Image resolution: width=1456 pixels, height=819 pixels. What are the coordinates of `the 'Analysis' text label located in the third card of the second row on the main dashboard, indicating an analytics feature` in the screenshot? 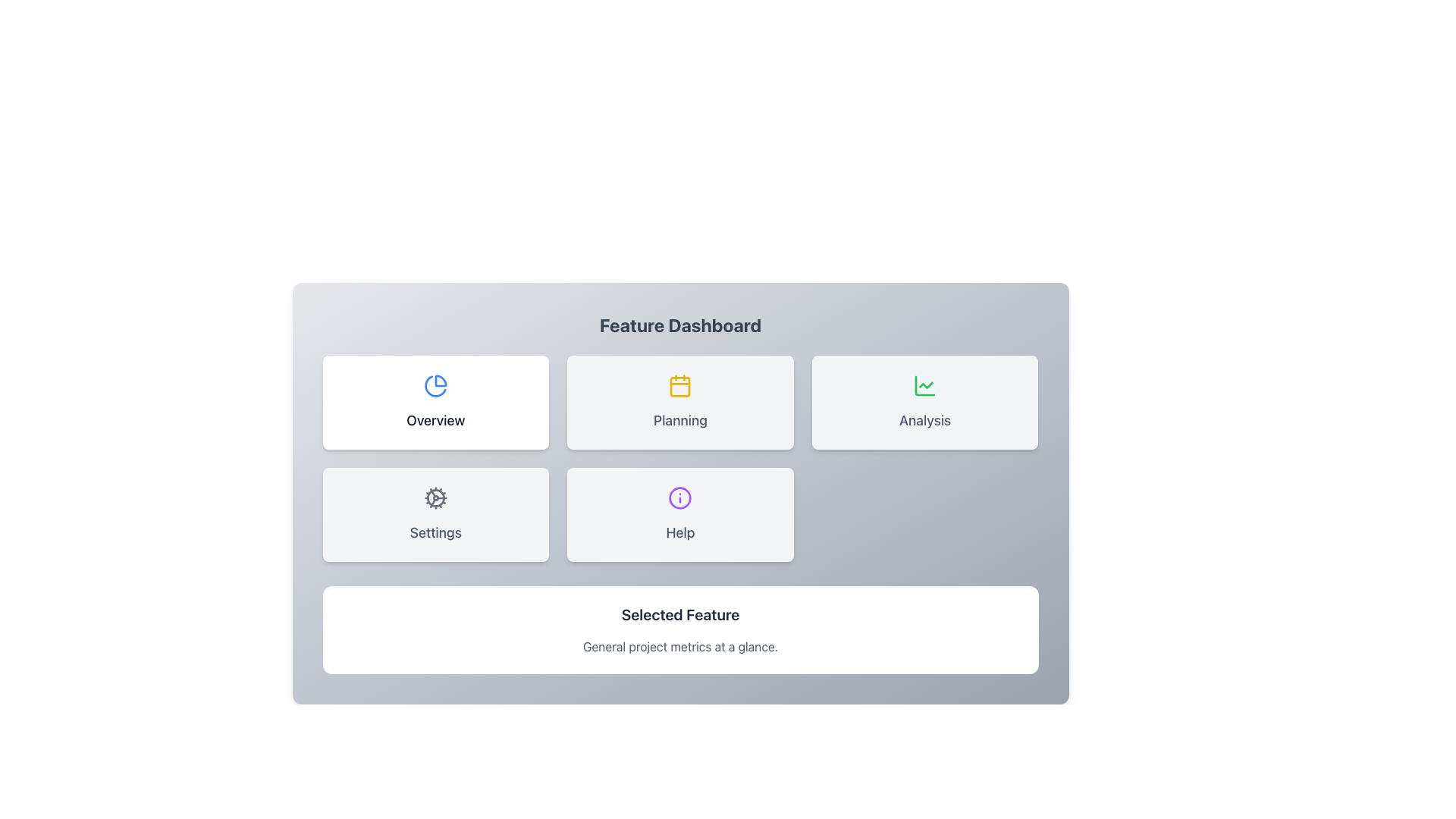 It's located at (924, 421).